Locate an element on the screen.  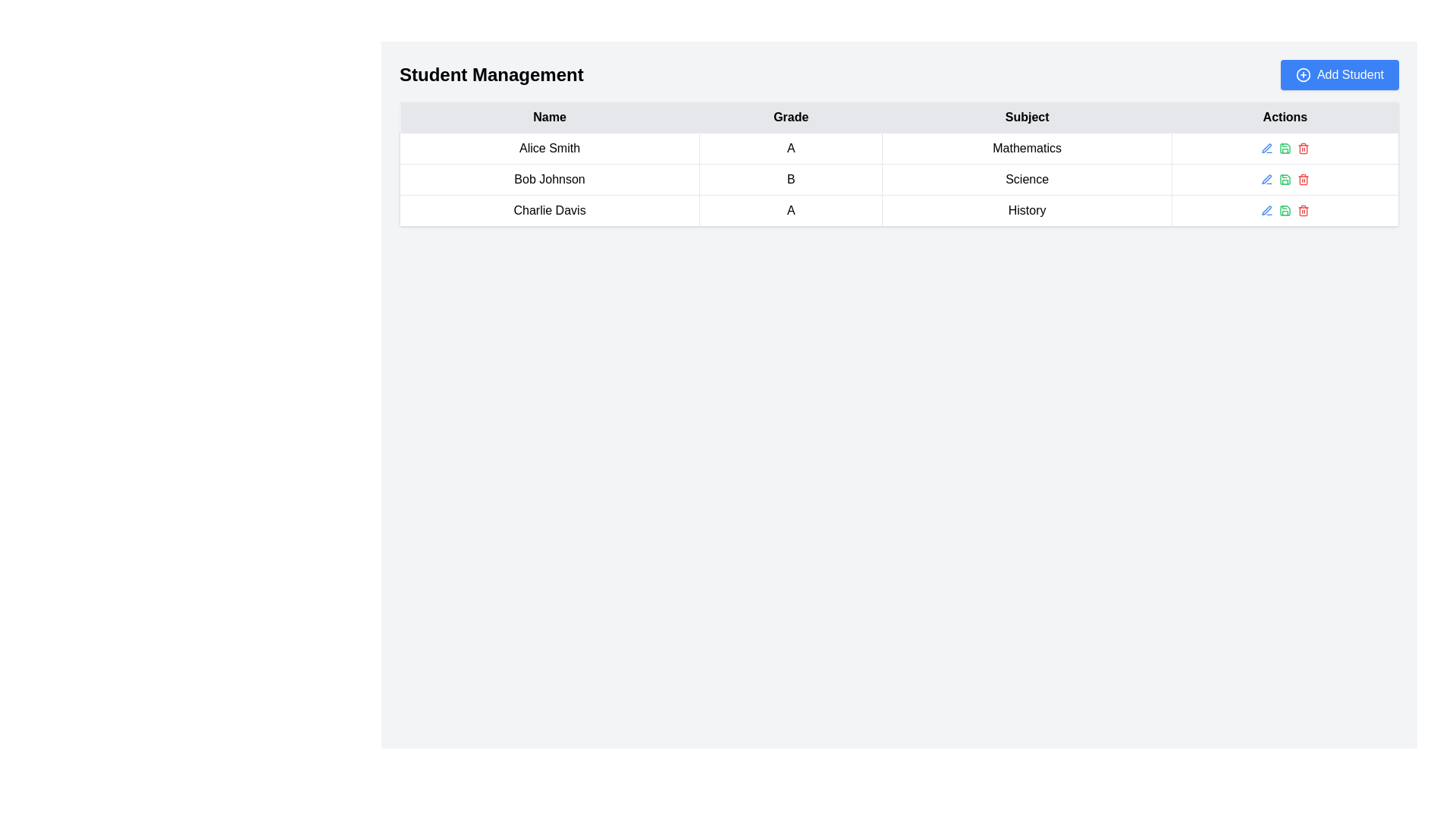
the delete button in the 'Actions' column of the second row of the table is located at coordinates (1302, 178).